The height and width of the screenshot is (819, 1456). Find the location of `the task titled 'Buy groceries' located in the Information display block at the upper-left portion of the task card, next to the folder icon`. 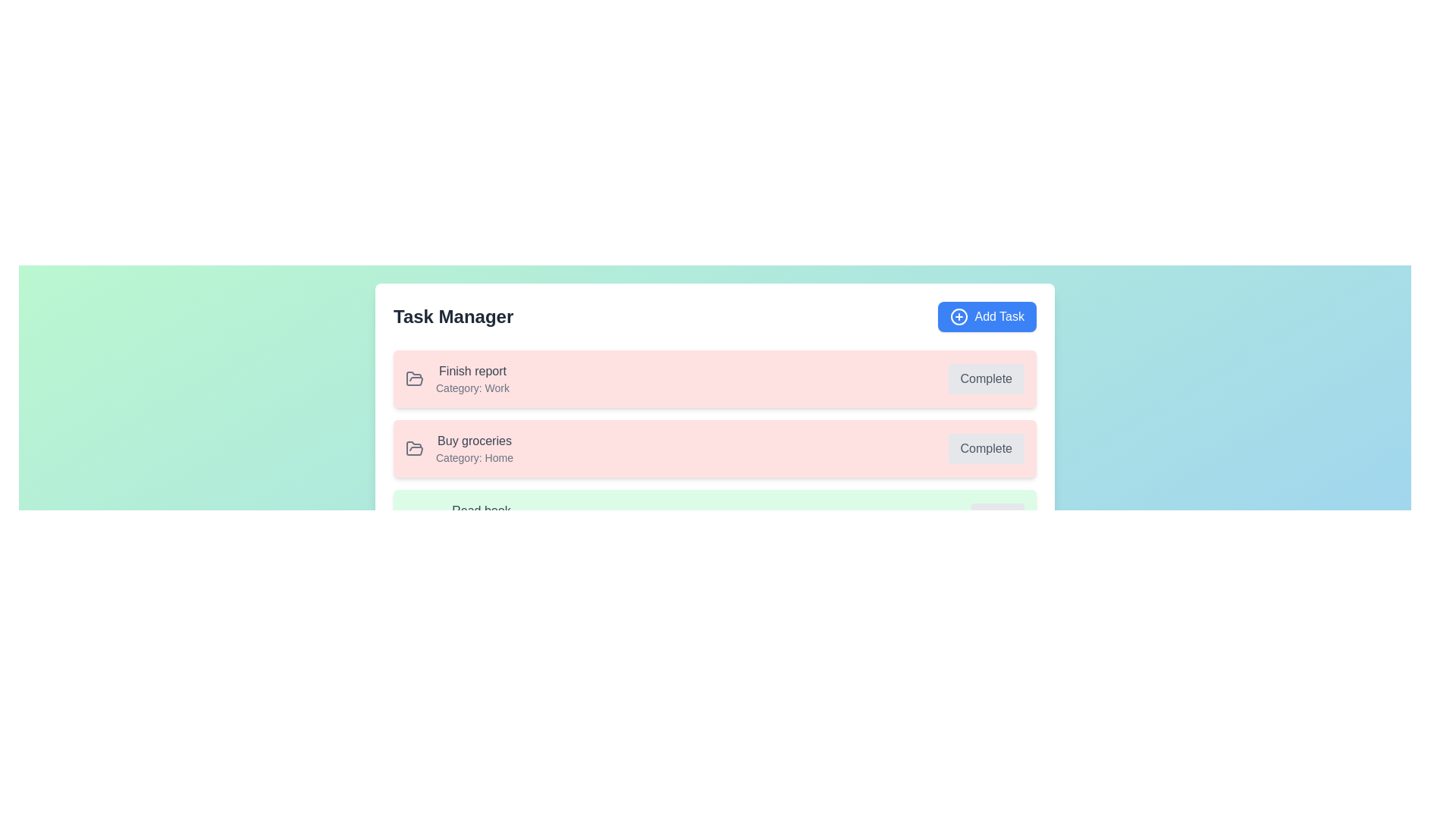

the task titled 'Buy groceries' located in the Information display block at the upper-left portion of the task card, next to the folder icon is located at coordinates (458, 447).